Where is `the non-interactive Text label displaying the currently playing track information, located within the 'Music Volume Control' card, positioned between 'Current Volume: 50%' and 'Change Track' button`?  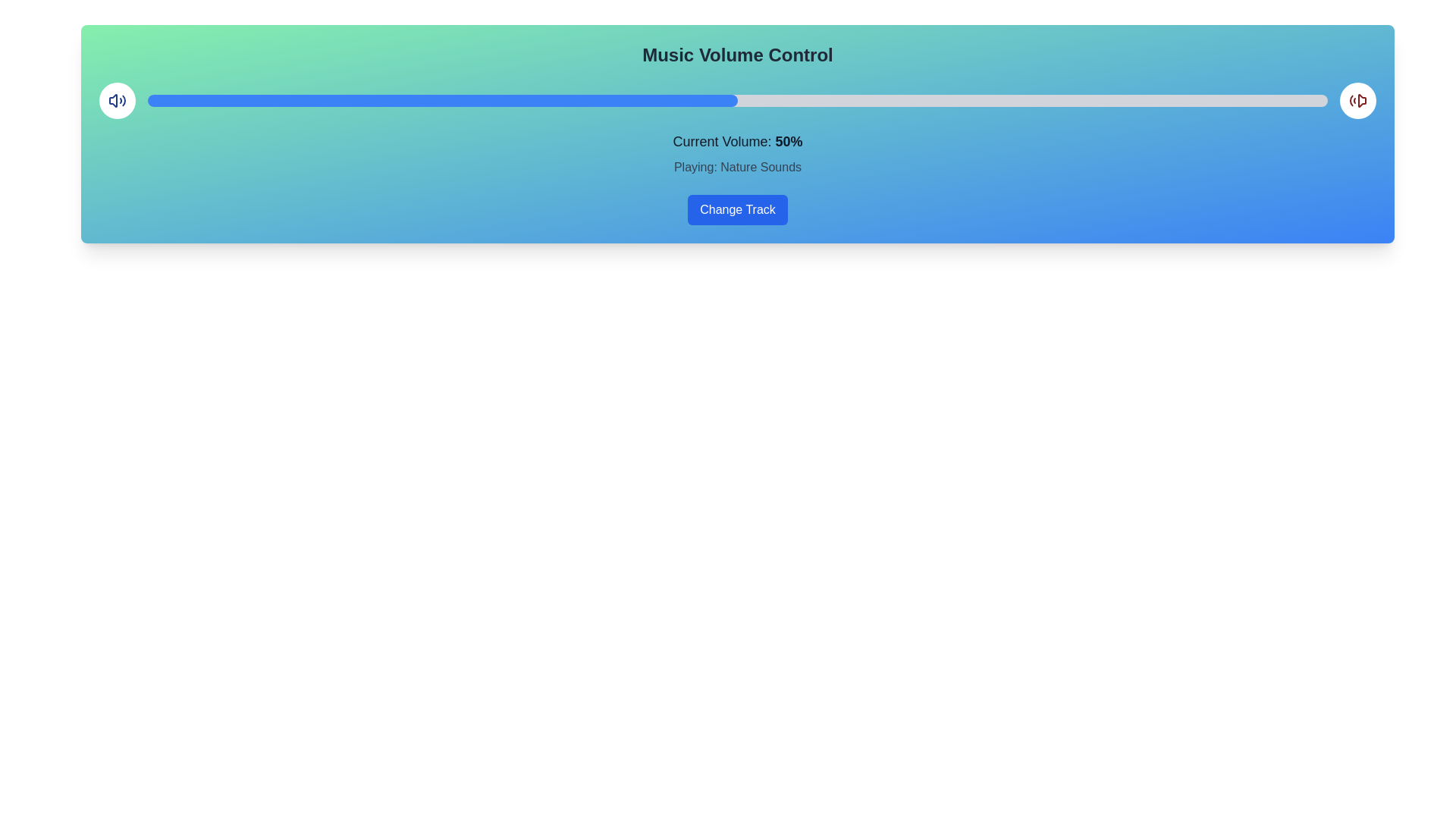 the non-interactive Text label displaying the currently playing track information, located within the 'Music Volume Control' card, positioned between 'Current Volume: 50%' and 'Change Track' button is located at coordinates (738, 167).